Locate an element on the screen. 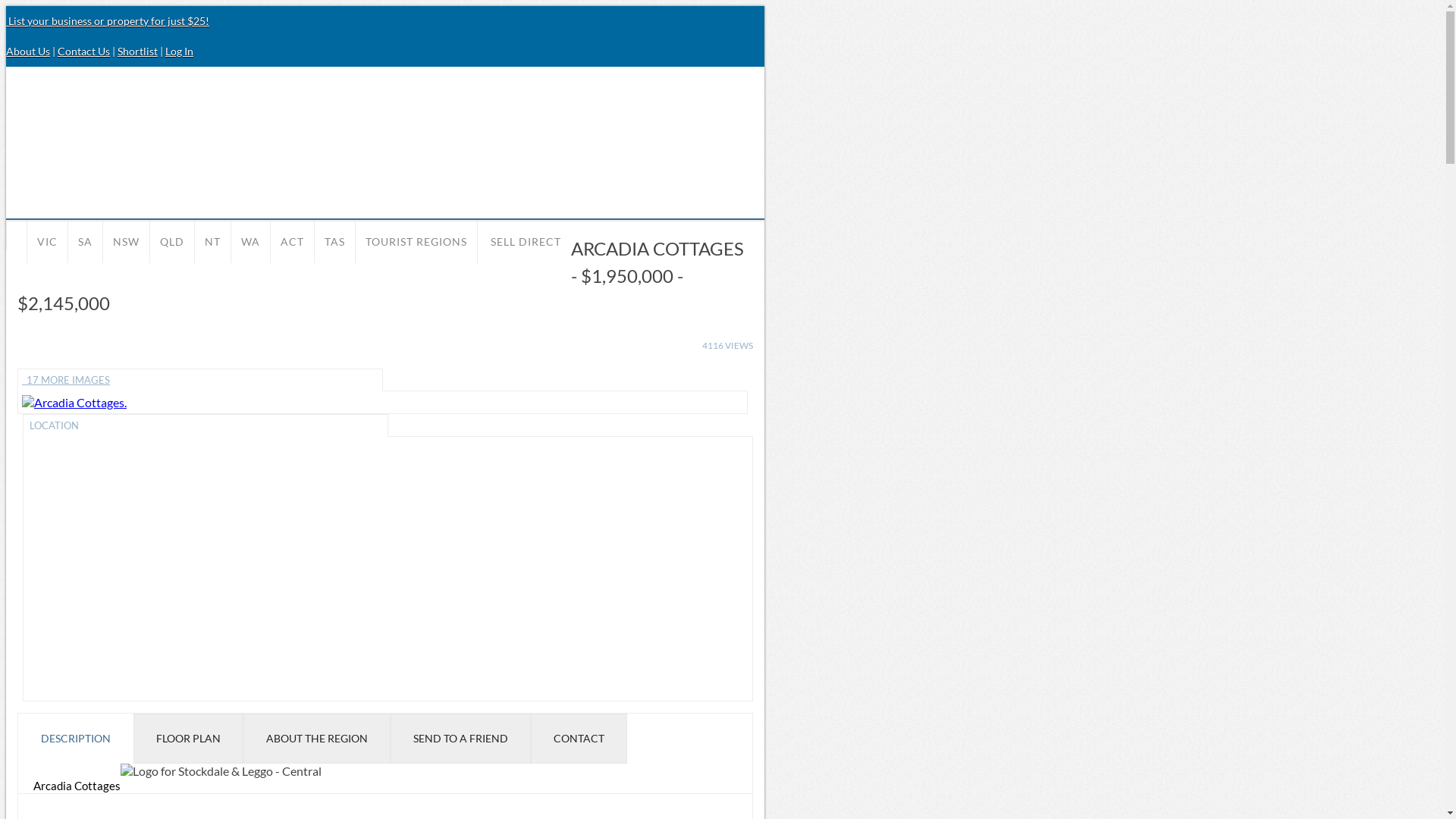 This screenshot has width=1456, height=819. 'NSW' is located at coordinates (102, 240).